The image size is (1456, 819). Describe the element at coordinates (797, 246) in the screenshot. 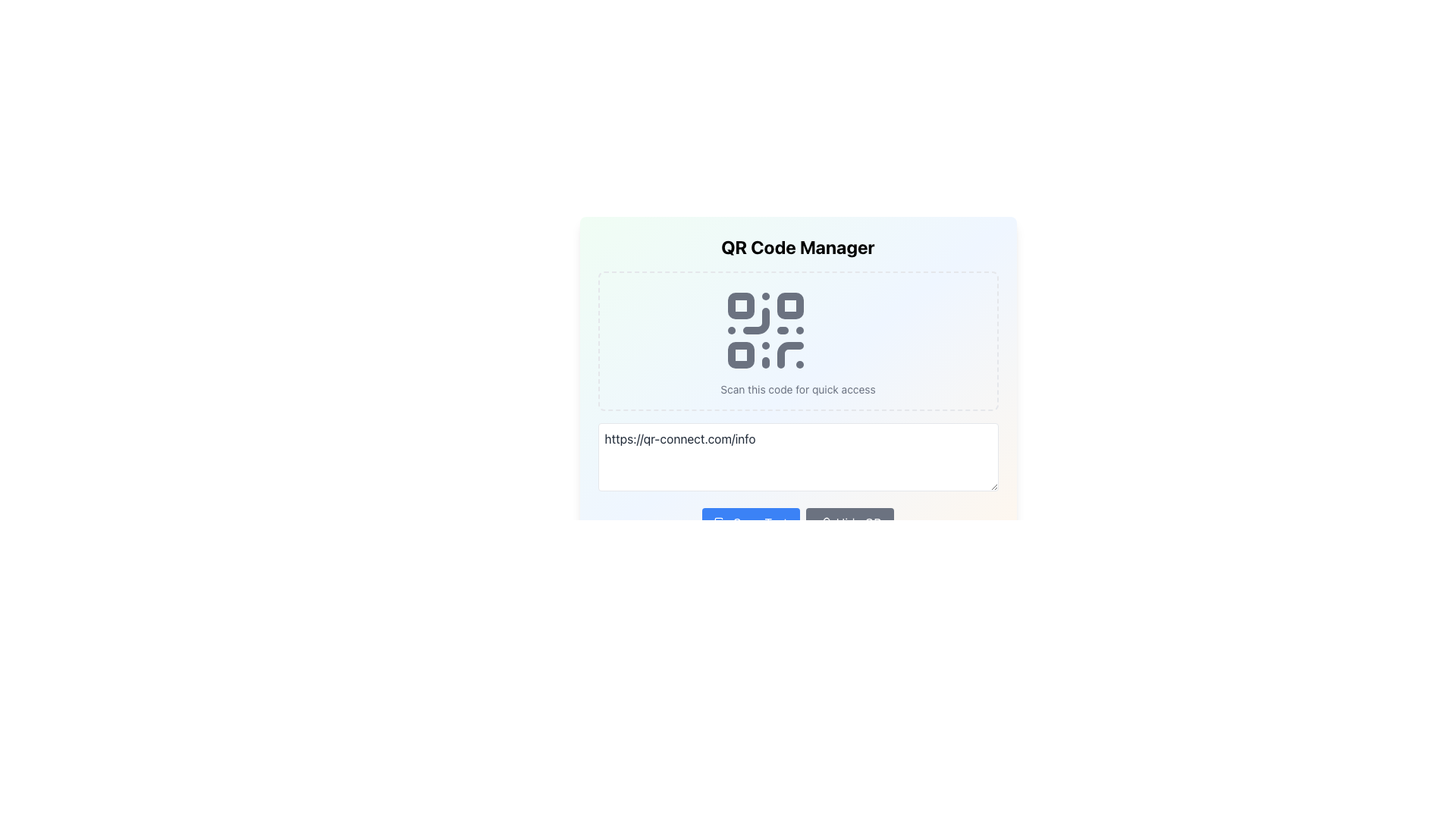

I see `the title text element located at the top center of the interface, which indicates the purpose or context of the surrounding content` at that location.